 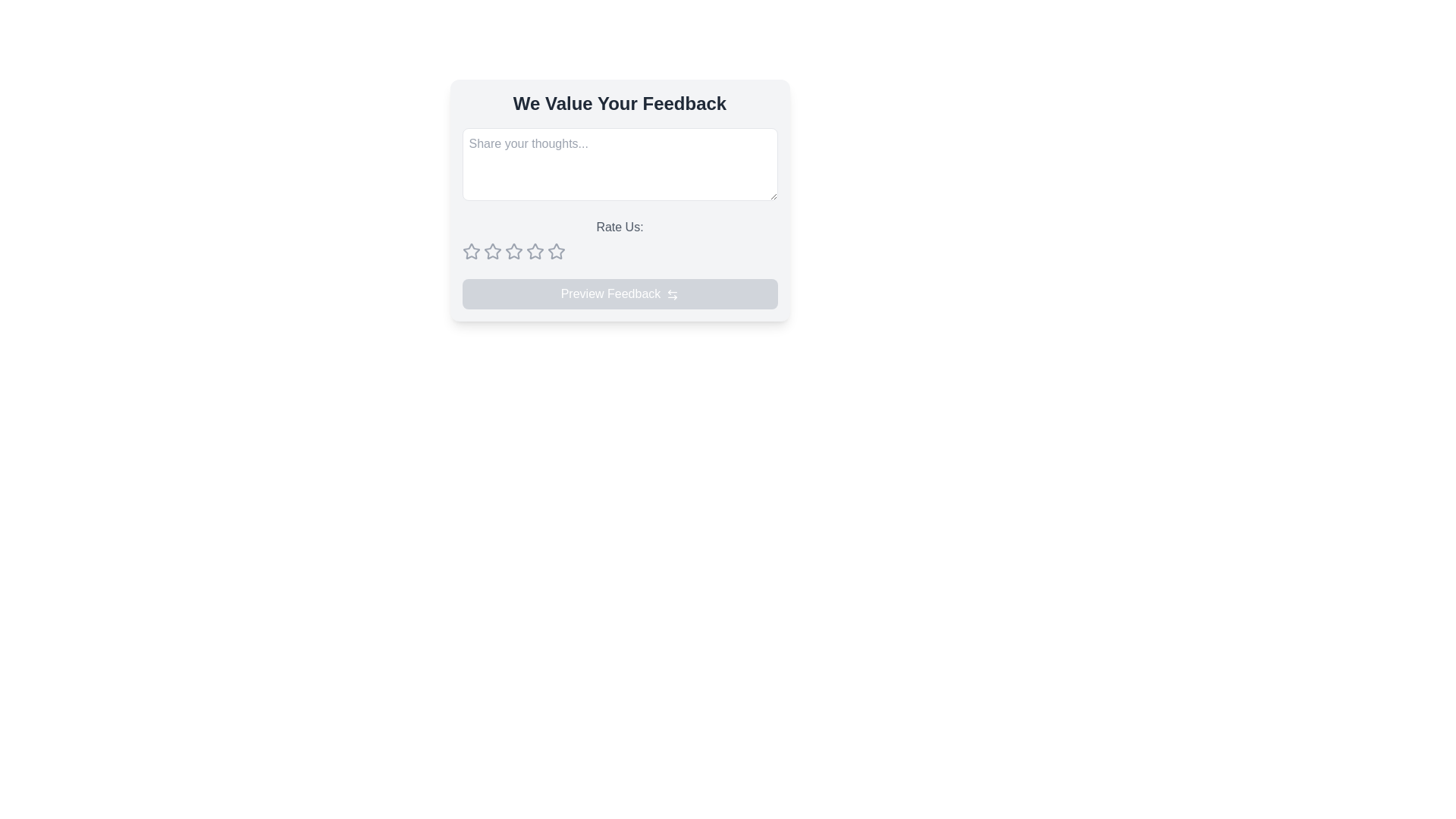 What do you see at coordinates (492, 250) in the screenshot?
I see `the second star icon in the star rating system located in the middle row of the feedback section under 'Rate Us'` at bounding box center [492, 250].